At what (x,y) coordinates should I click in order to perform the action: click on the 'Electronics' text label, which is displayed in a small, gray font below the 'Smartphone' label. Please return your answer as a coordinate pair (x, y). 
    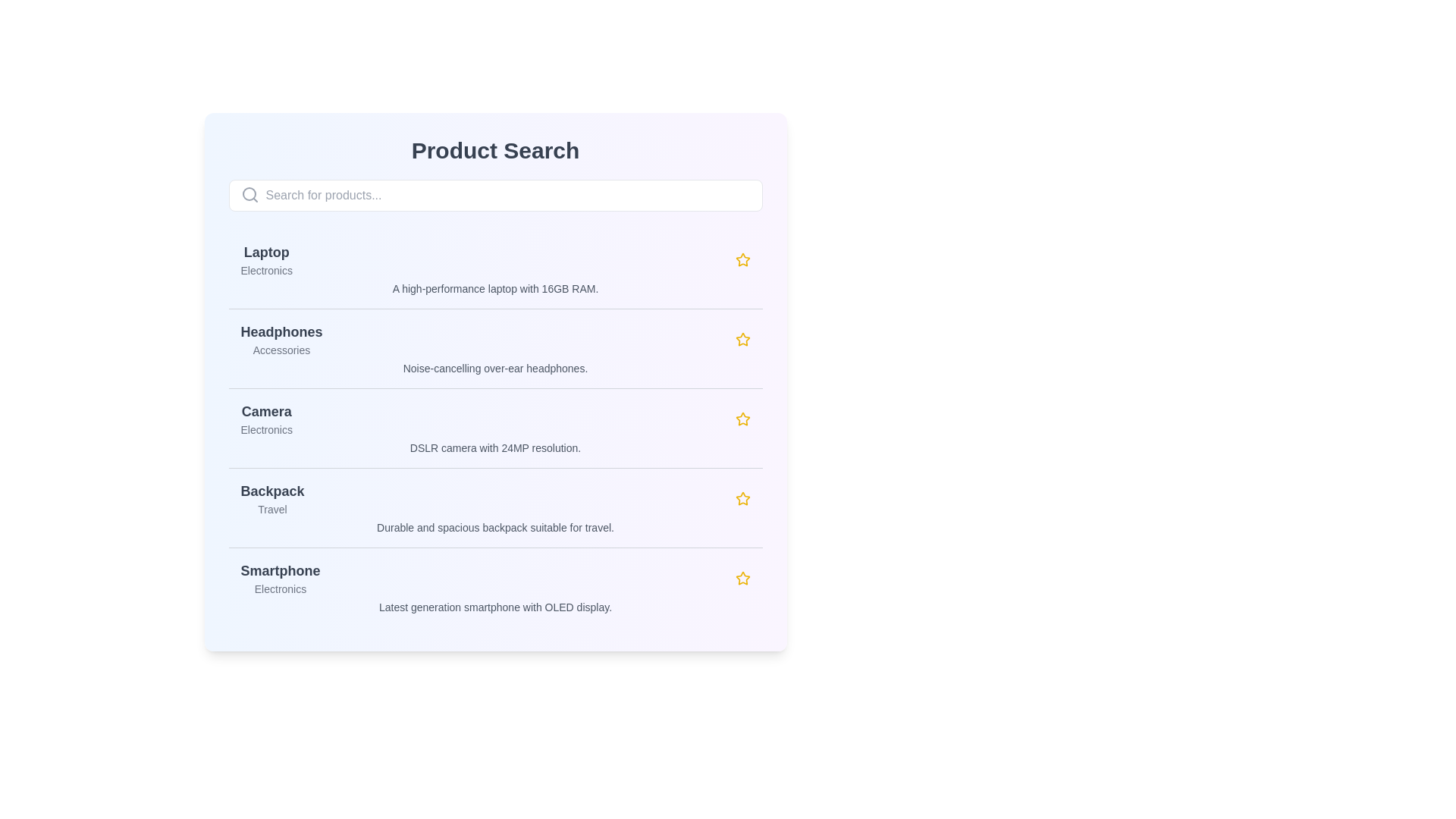
    Looking at the image, I should click on (280, 588).